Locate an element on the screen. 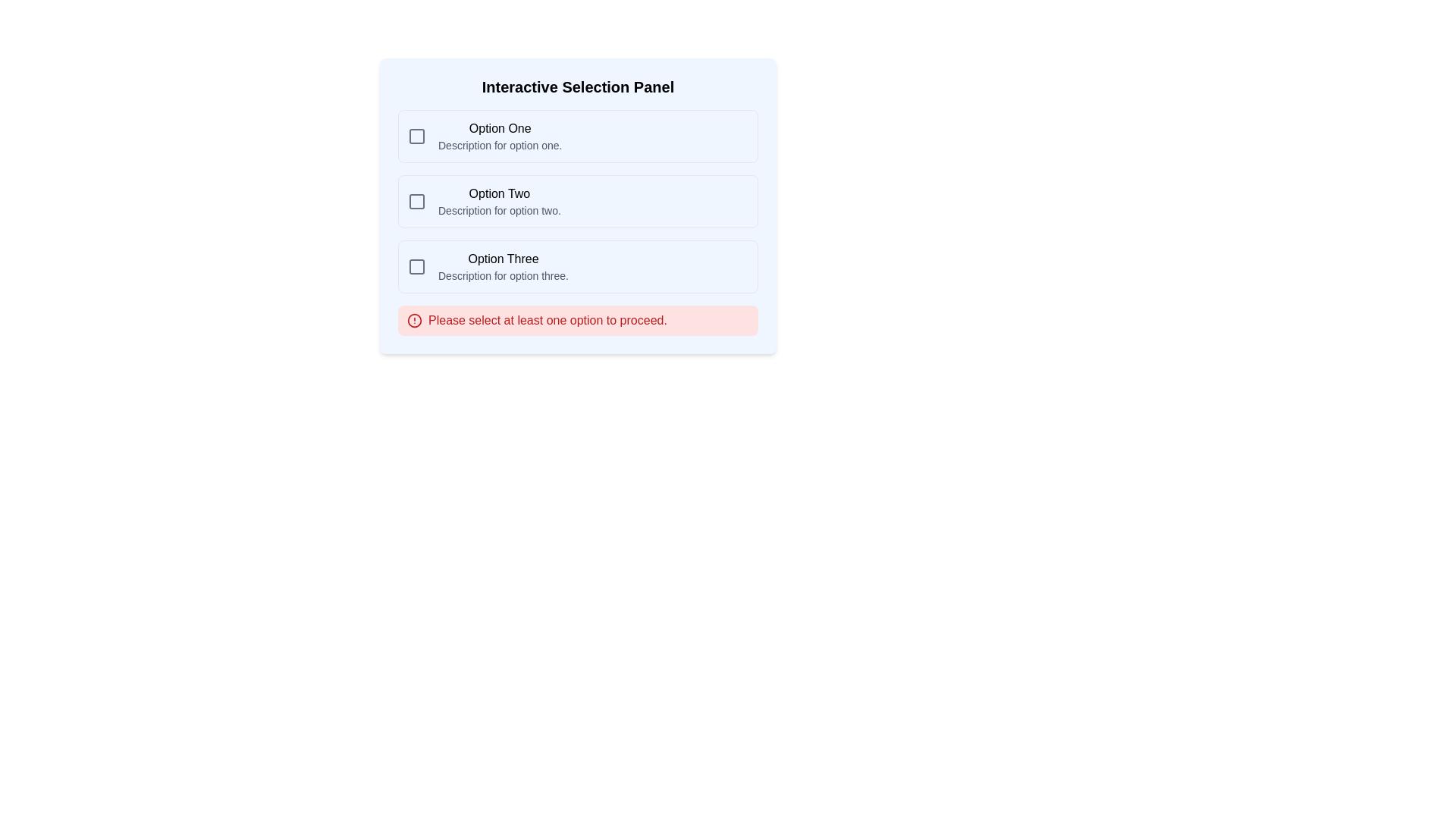 This screenshot has height=819, width=1456. the Checkbox Indicator for 'Option Two' is located at coordinates (417, 201).